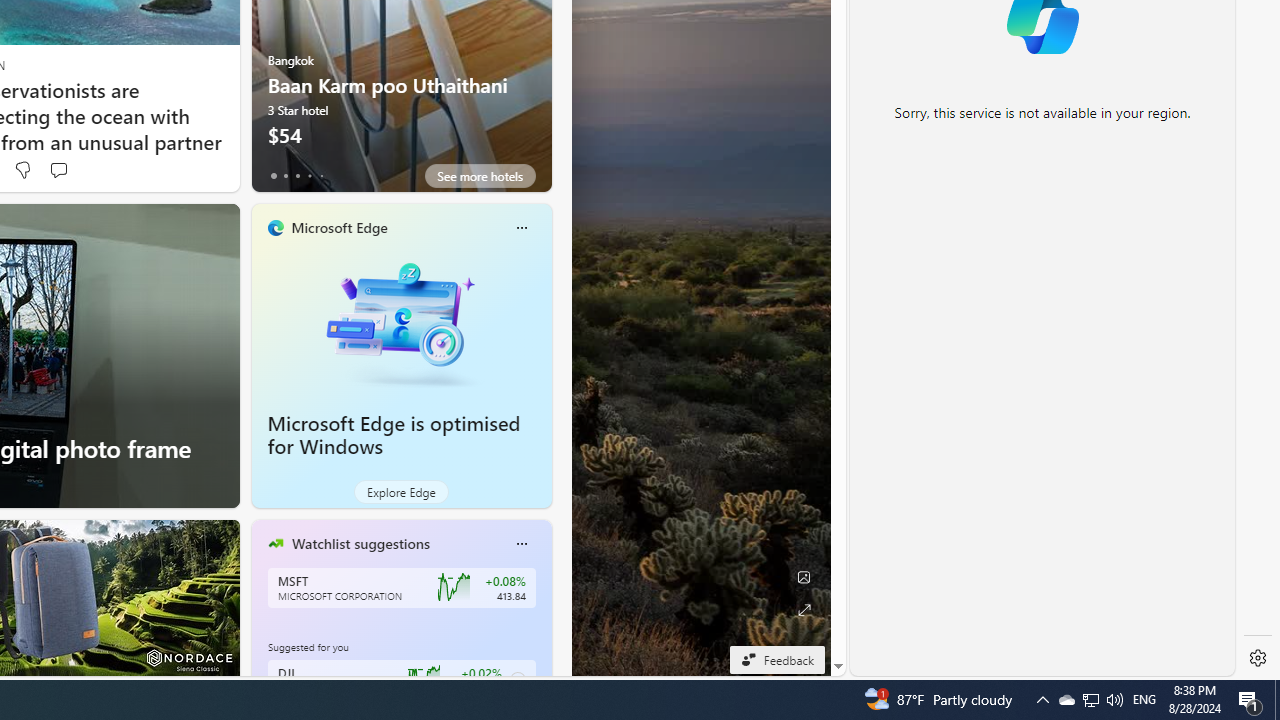 Image resolution: width=1280 pixels, height=720 pixels. What do you see at coordinates (272, 175) in the screenshot?
I see `'tab-0'` at bounding box center [272, 175].